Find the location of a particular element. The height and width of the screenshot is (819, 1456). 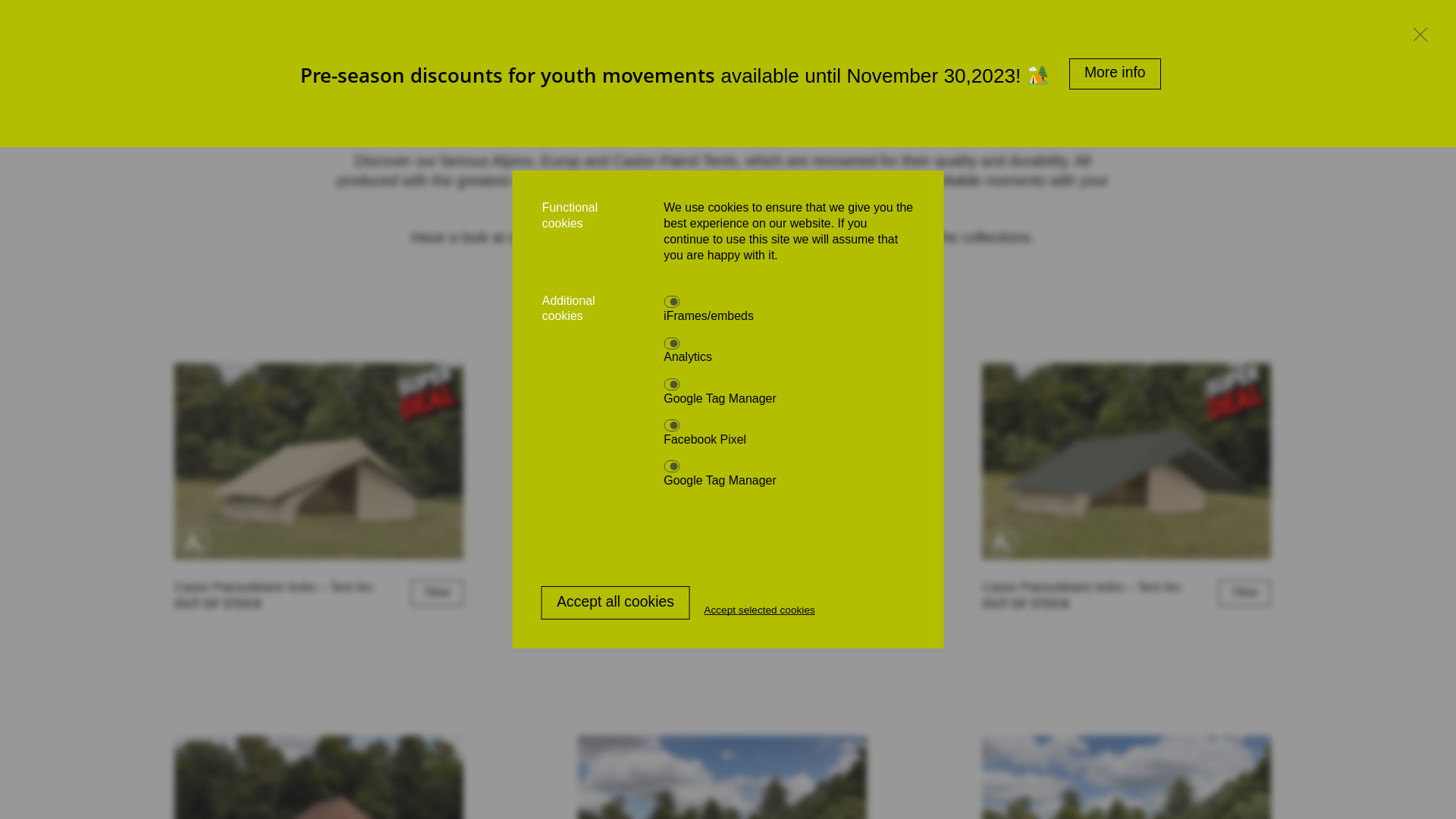

'Accept all cookies' is located at coordinates (615, 601).